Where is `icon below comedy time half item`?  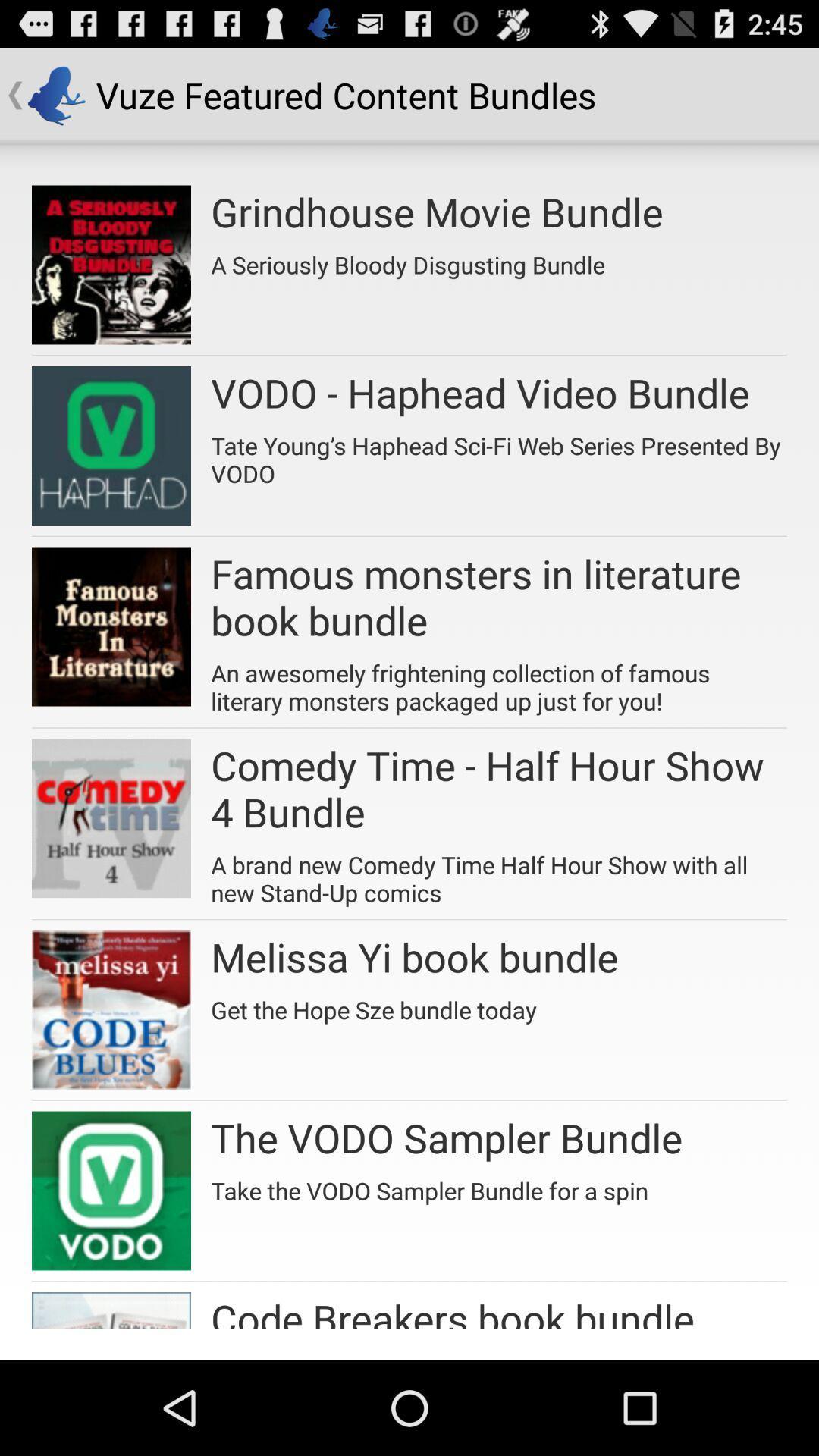 icon below comedy time half item is located at coordinates (499, 874).